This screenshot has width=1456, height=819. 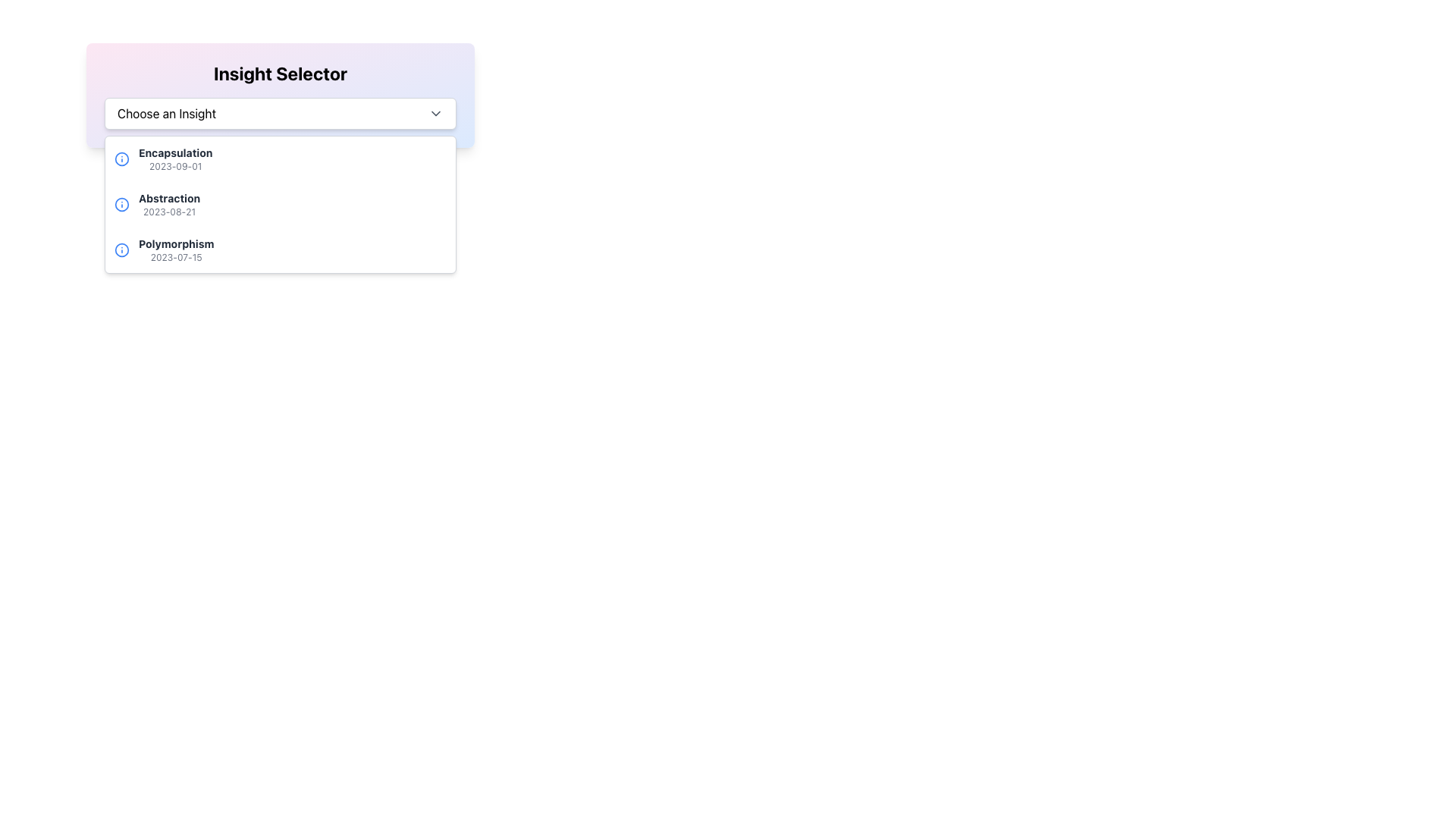 I want to click on the text label located in the upper left section of the dropdown menu, so click(x=167, y=113).